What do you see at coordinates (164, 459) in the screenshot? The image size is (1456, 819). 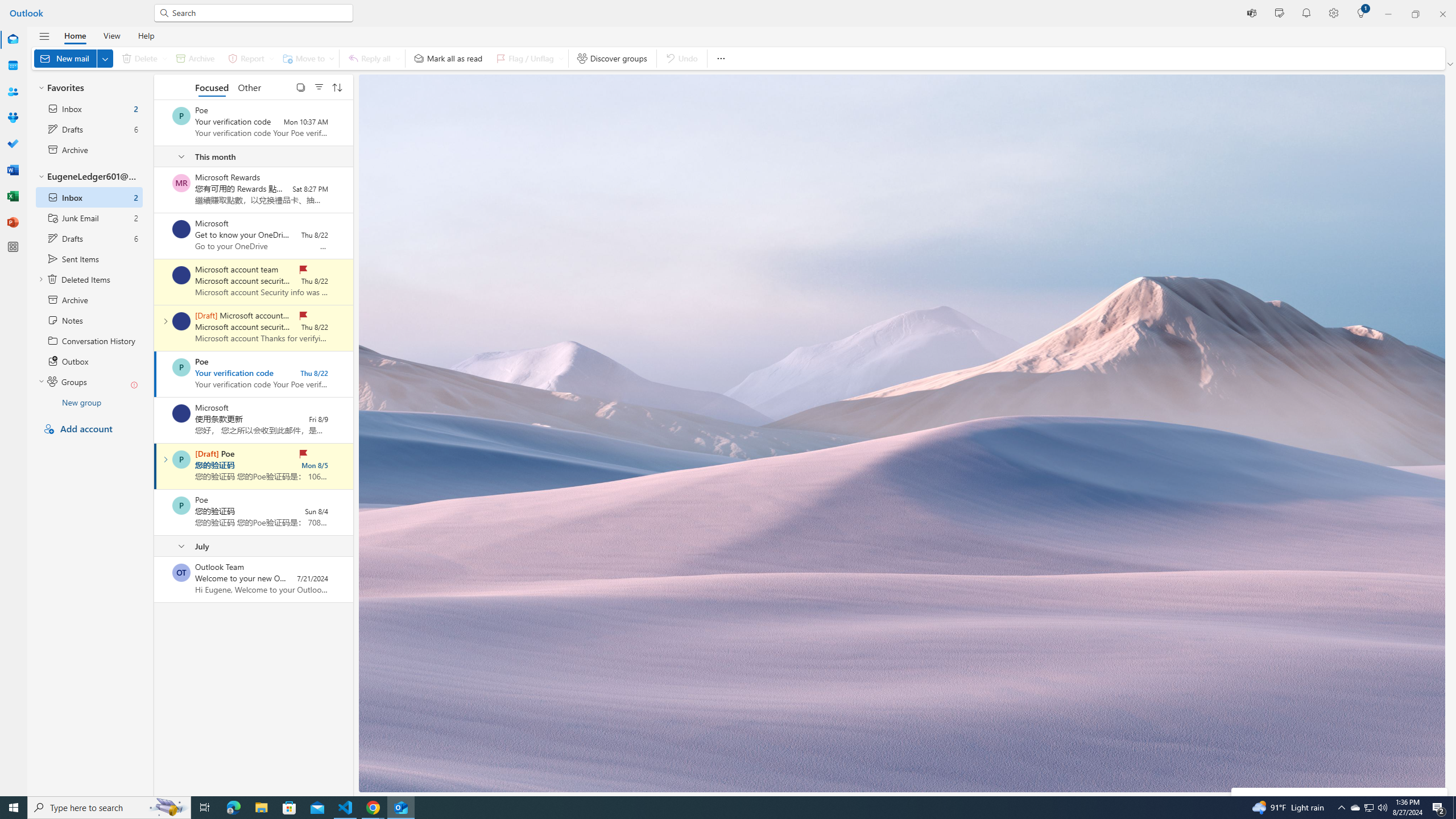 I see `'Expand conversation'` at bounding box center [164, 459].